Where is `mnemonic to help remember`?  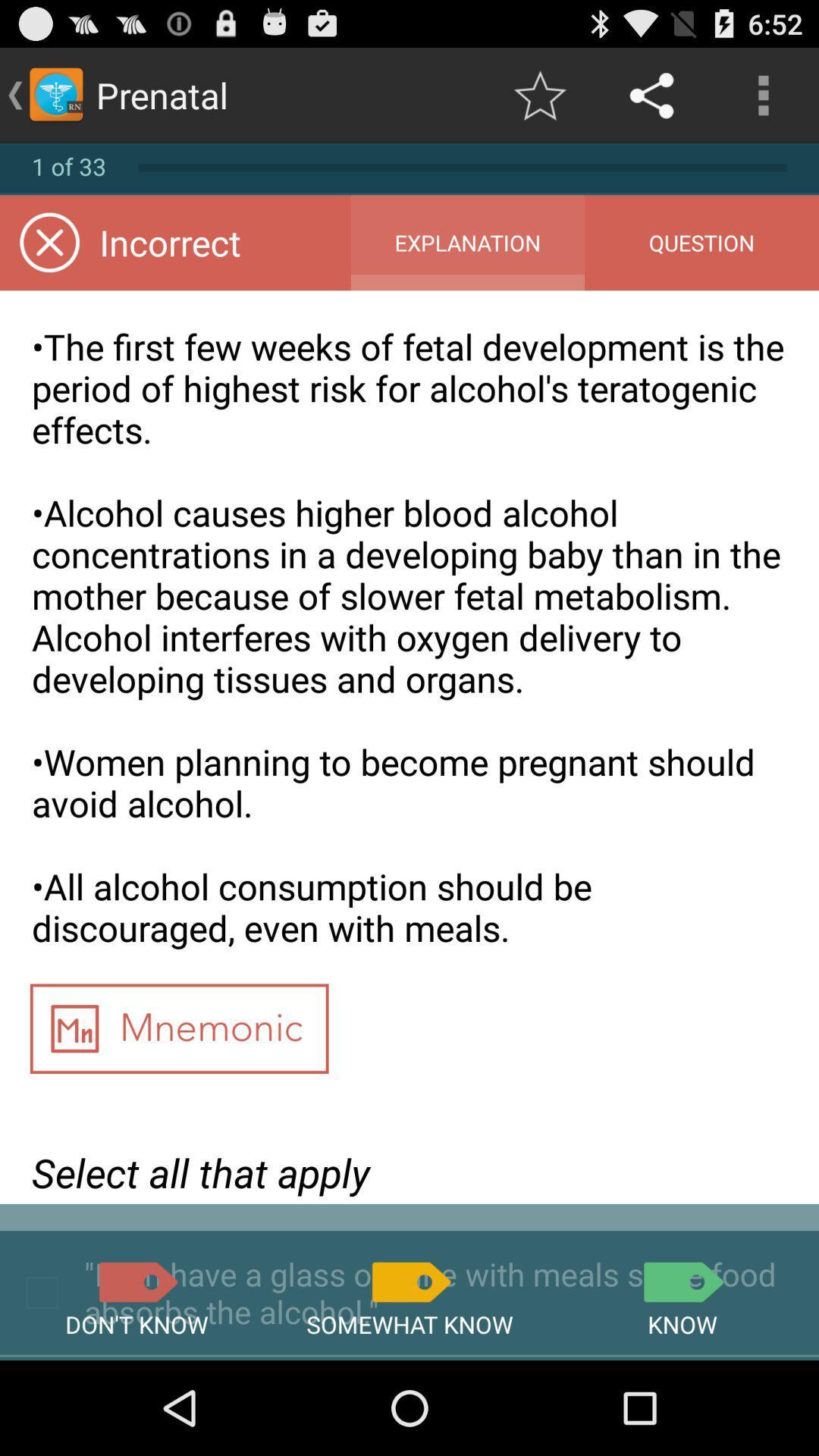 mnemonic to help remember is located at coordinates (178, 1033).